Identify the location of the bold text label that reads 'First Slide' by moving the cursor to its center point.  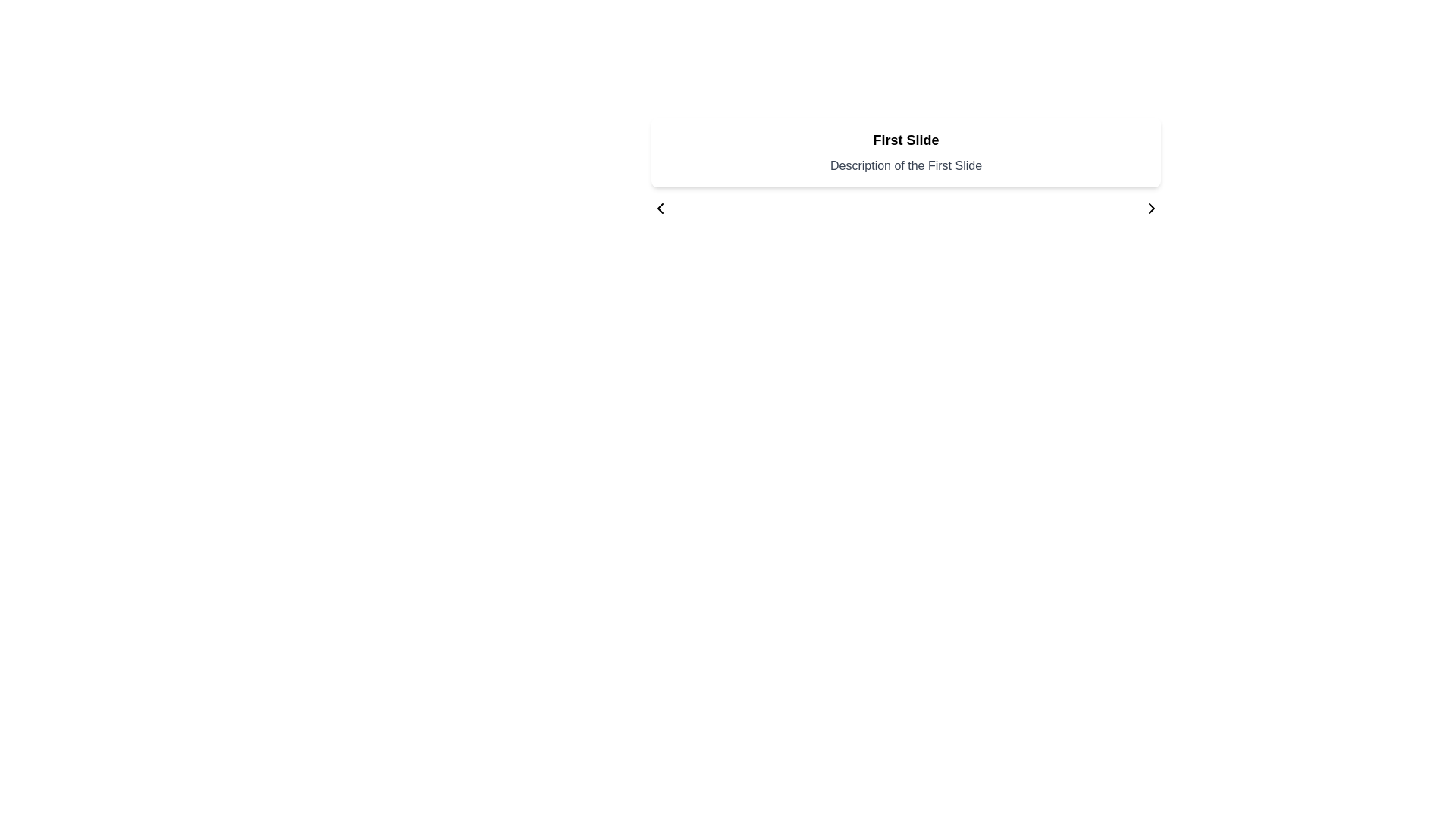
(906, 140).